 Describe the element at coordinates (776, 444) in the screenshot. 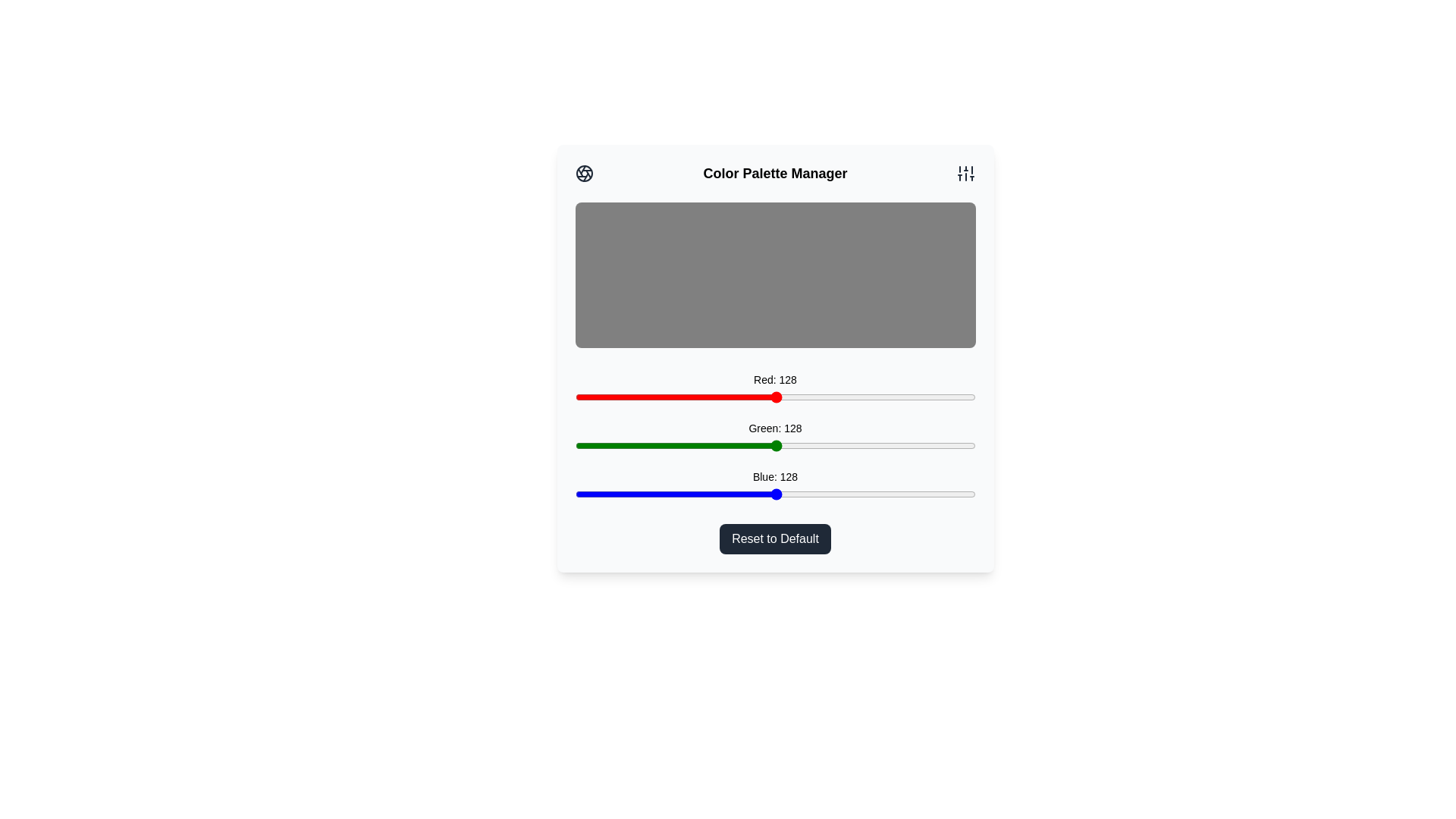

I see `the green slider to set the green intensity to 128` at that location.